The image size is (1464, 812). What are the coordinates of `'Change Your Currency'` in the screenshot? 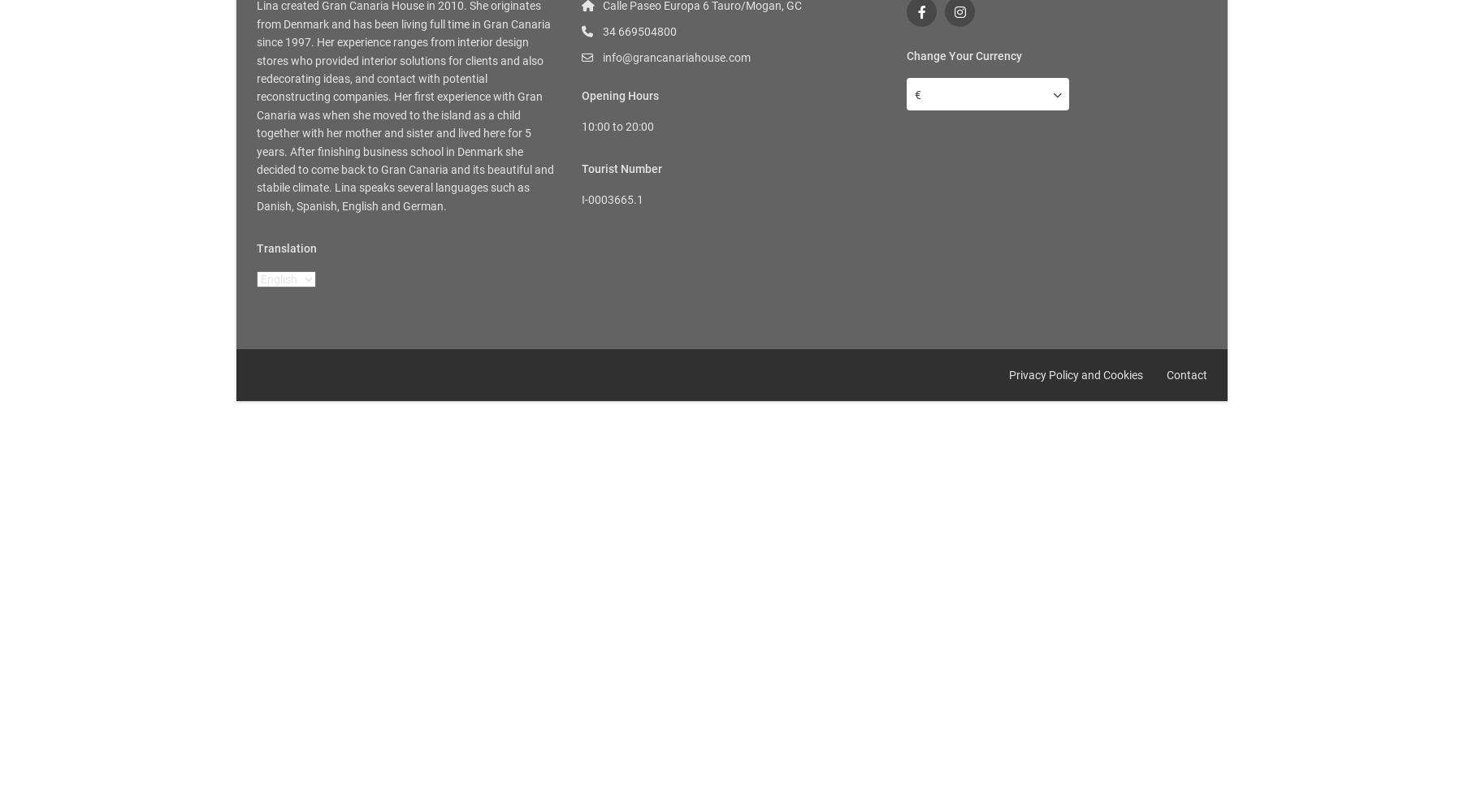 It's located at (964, 55).